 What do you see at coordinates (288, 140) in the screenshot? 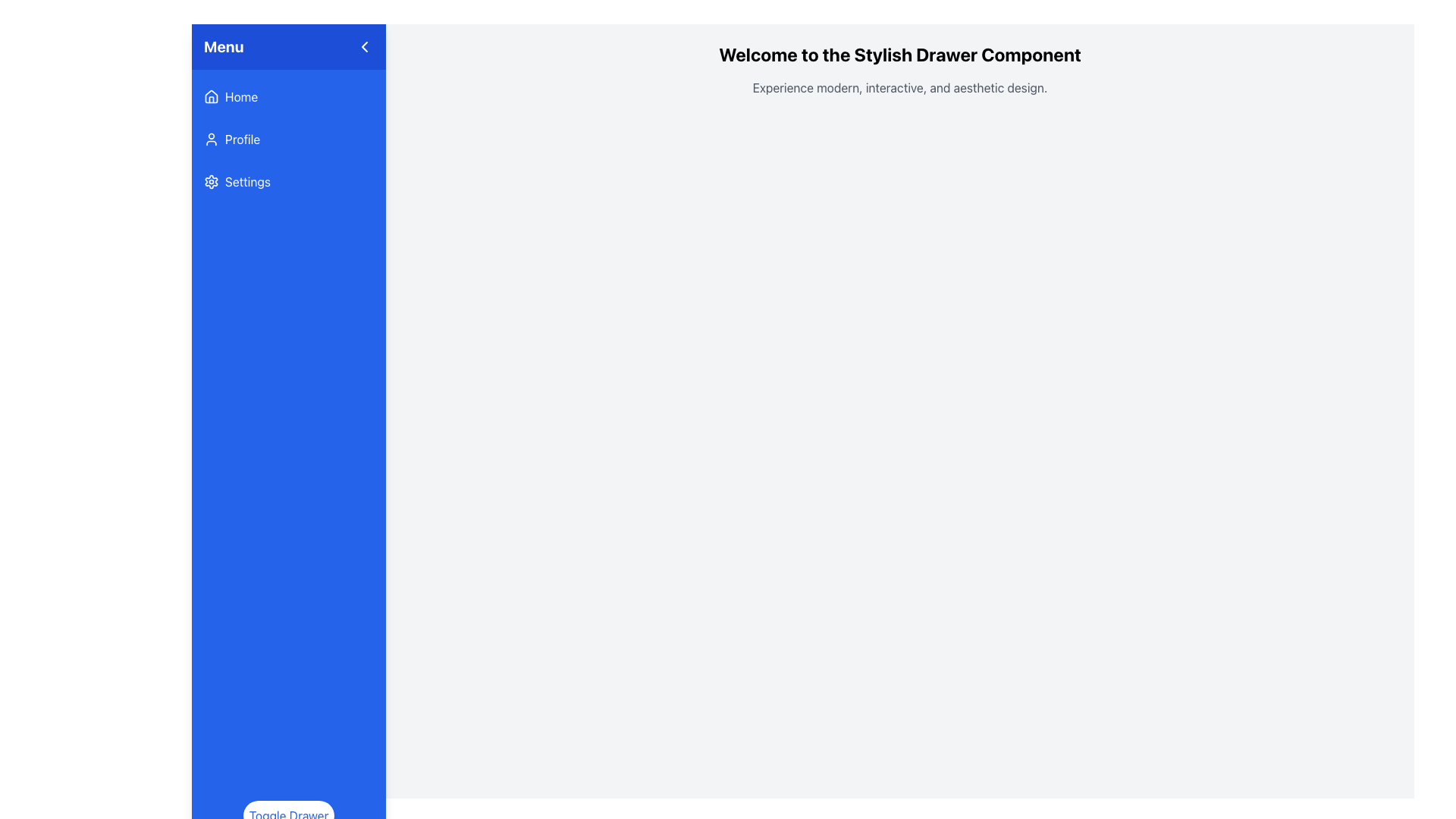
I see `the 'Profile' menu item, which is the second item in the vertical list of menu options in the sidebar` at bounding box center [288, 140].